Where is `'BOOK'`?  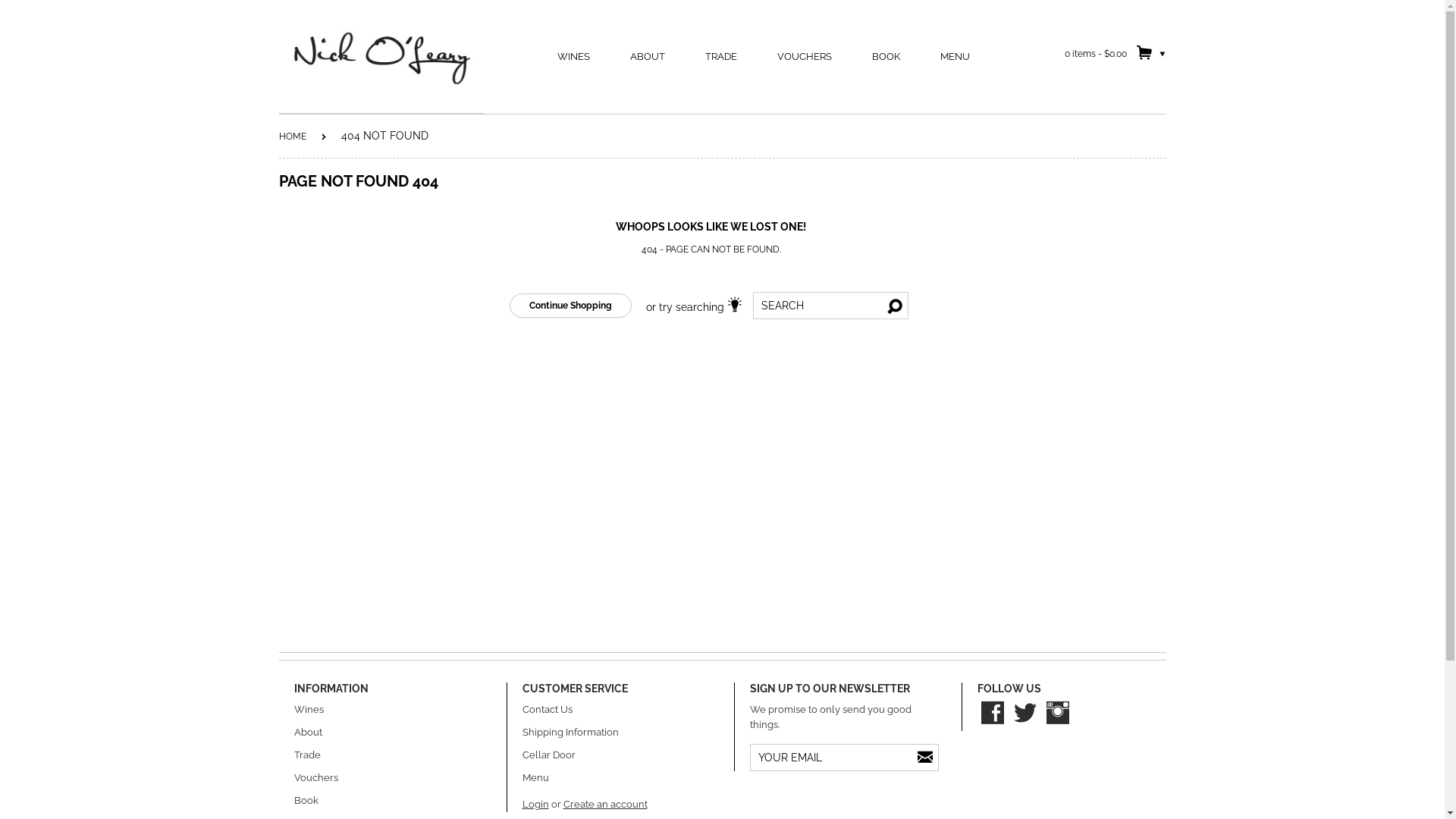 'BOOK' is located at coordinates (886, 55).